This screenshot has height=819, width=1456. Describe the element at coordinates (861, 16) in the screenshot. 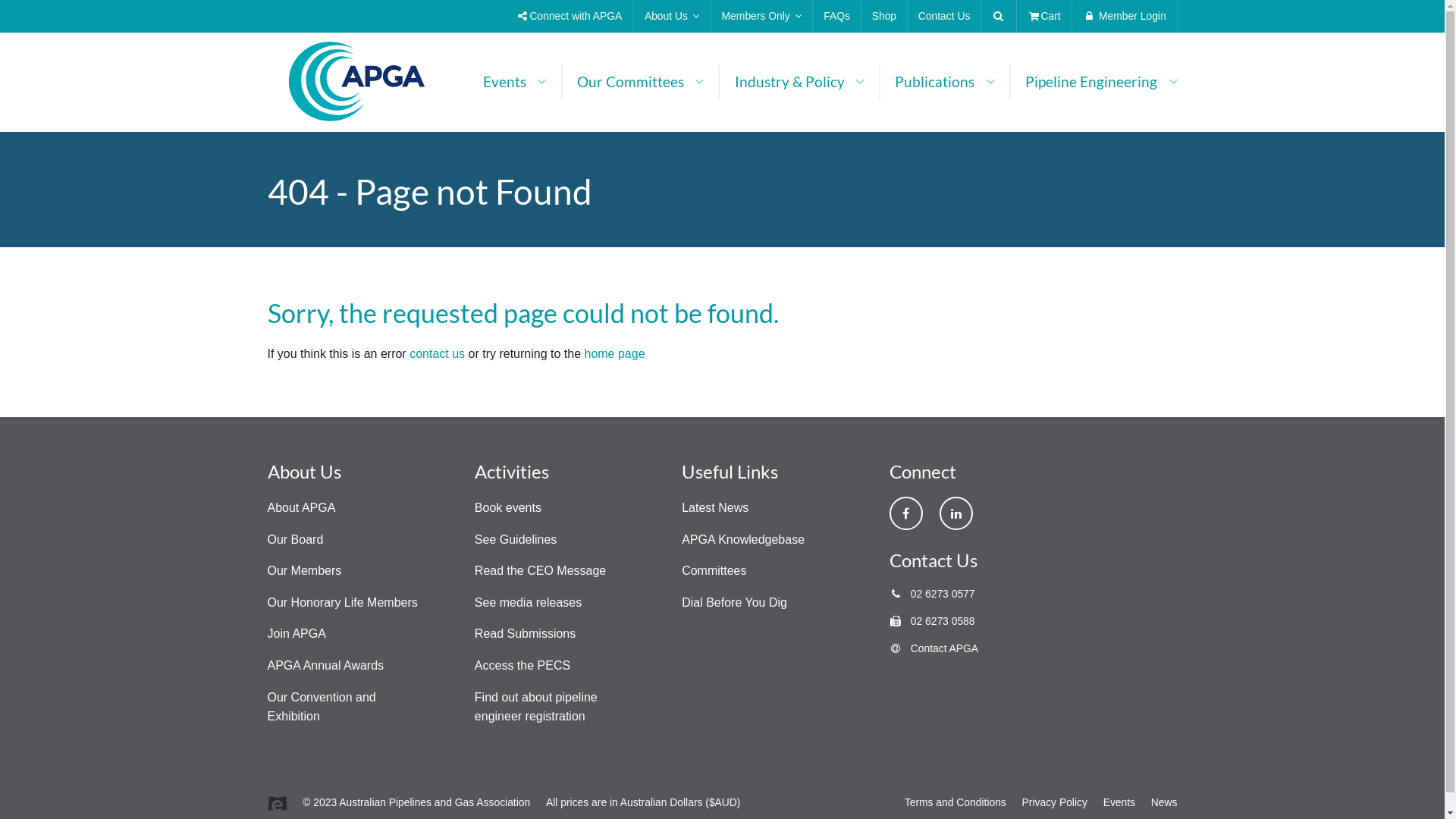

I see `'Shop'` at that location.